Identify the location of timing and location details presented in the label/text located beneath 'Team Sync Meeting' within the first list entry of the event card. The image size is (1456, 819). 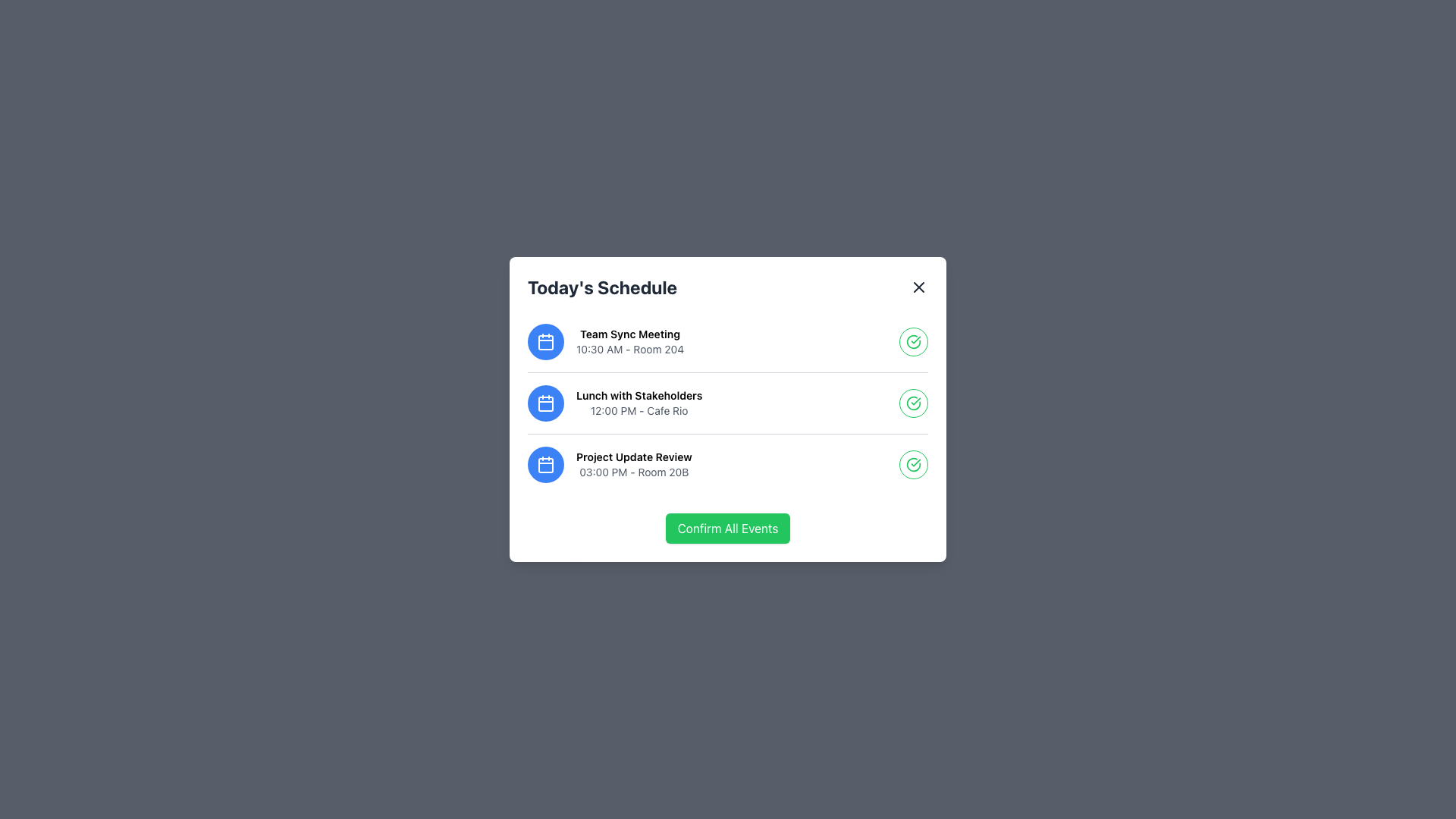
(629, 350).